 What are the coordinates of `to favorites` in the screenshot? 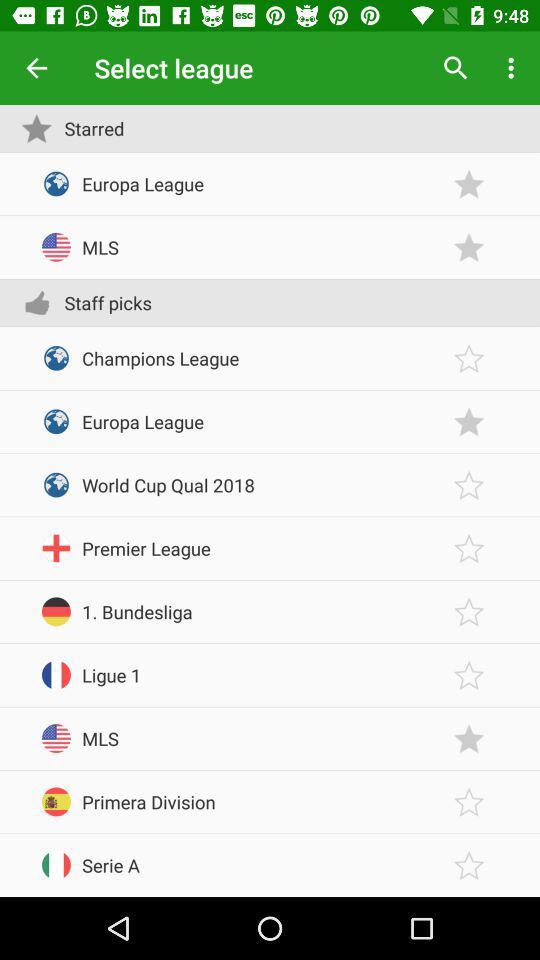 It's located at (469, 246).